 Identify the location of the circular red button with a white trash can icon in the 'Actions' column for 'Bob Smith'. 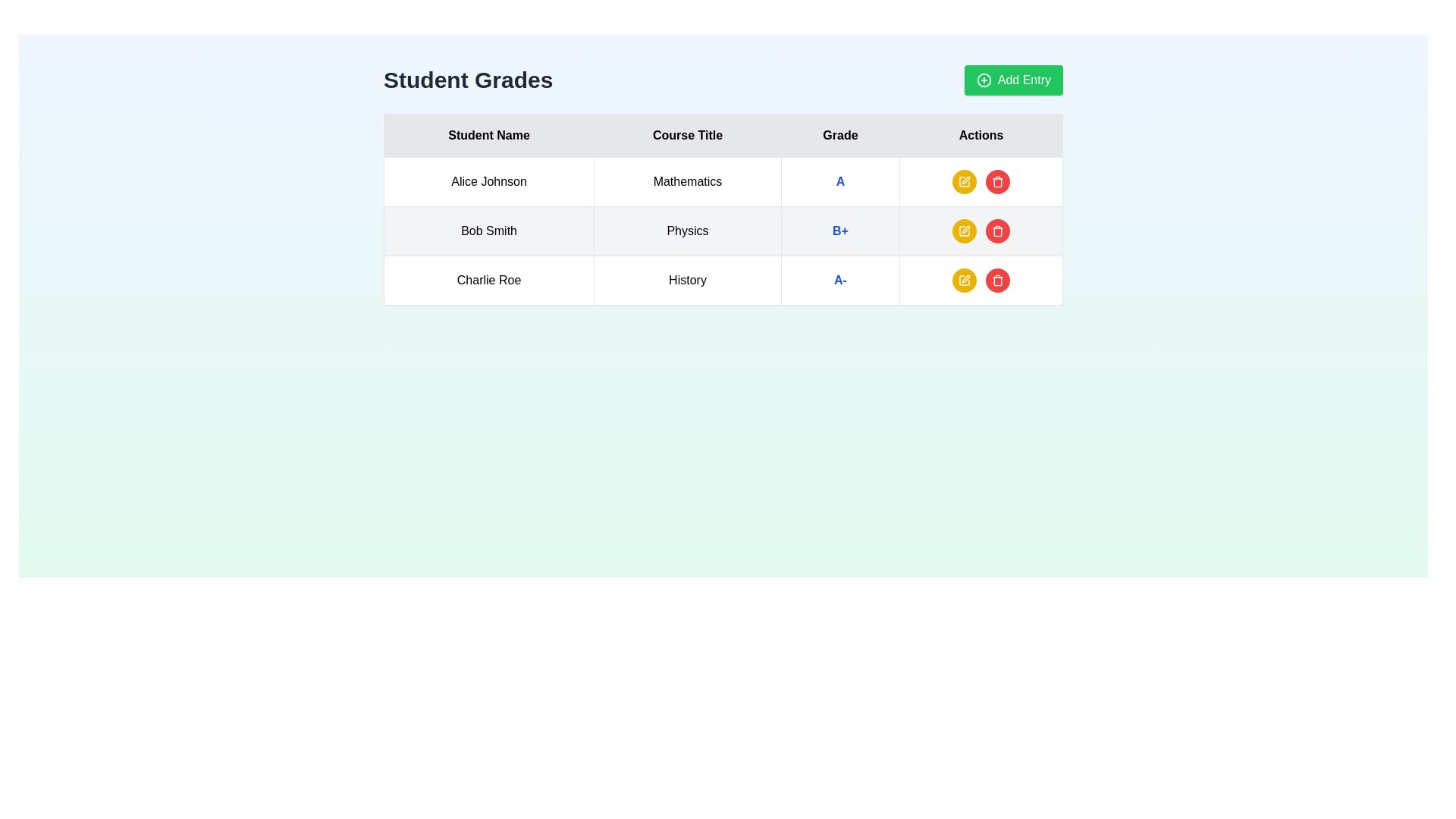
(997, 231).